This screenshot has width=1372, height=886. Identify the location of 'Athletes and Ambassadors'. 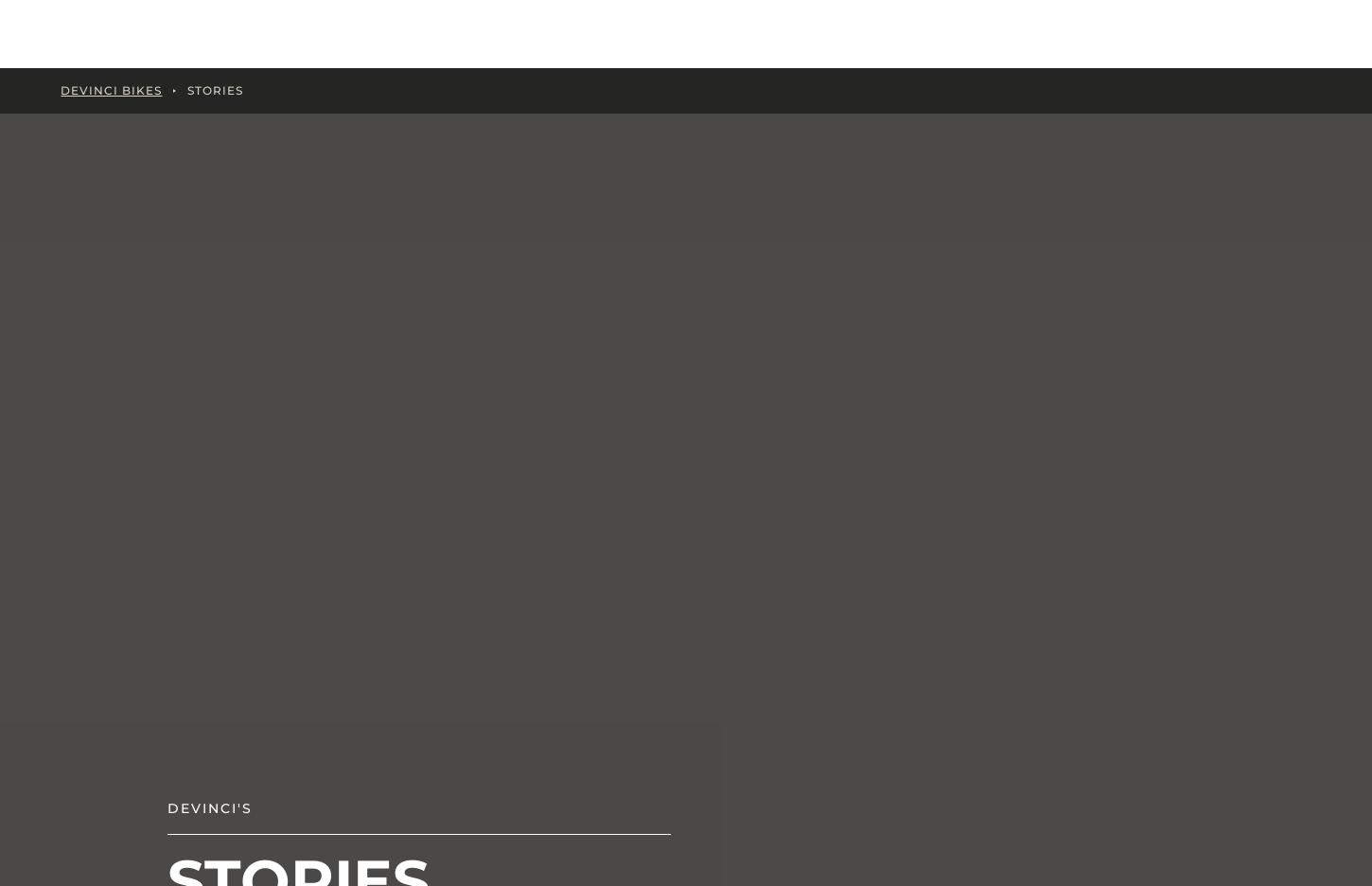
(1178, 144).